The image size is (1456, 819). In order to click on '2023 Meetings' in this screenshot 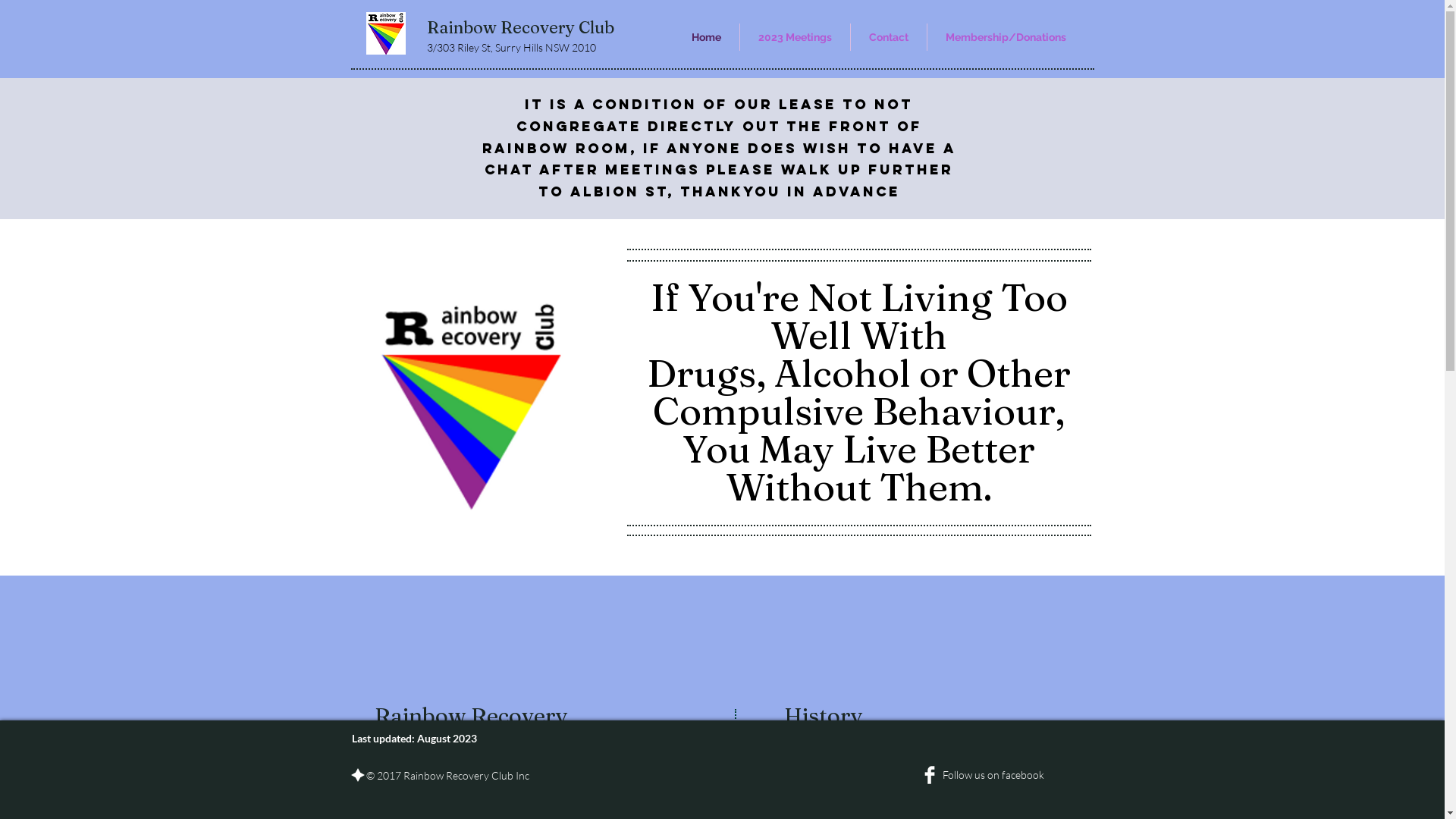, I will do `click(794, 36)`.